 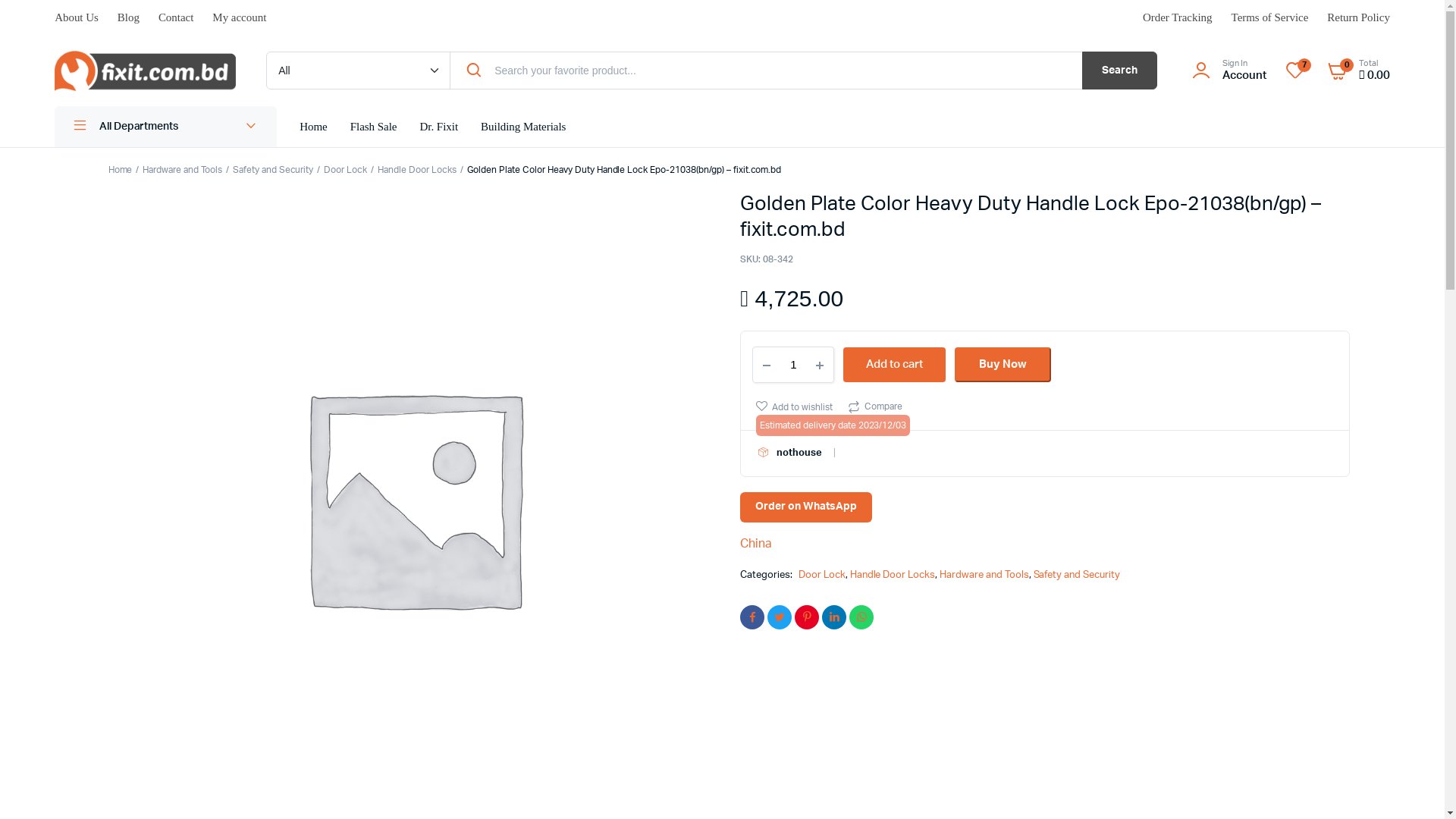 What do you see at coordinates (793, 406) in the screenshot?
I see `'Add to wishlist'` at bounding box center [793, 406].